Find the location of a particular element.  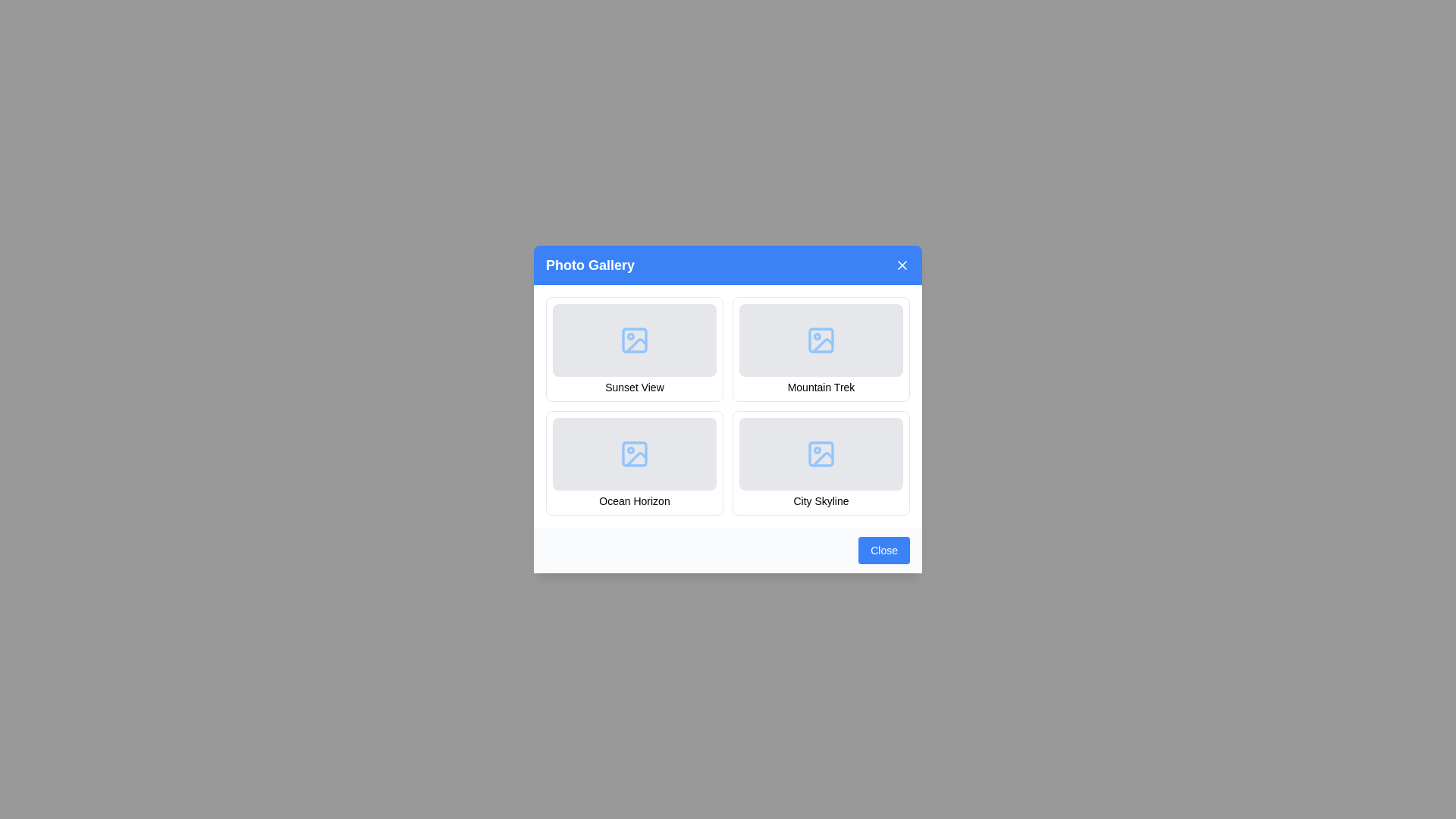

the blue-colored photo icon in the 'City Skyline' section of the 'Photo Gallery' dialog is located at coordinates (821, 453).